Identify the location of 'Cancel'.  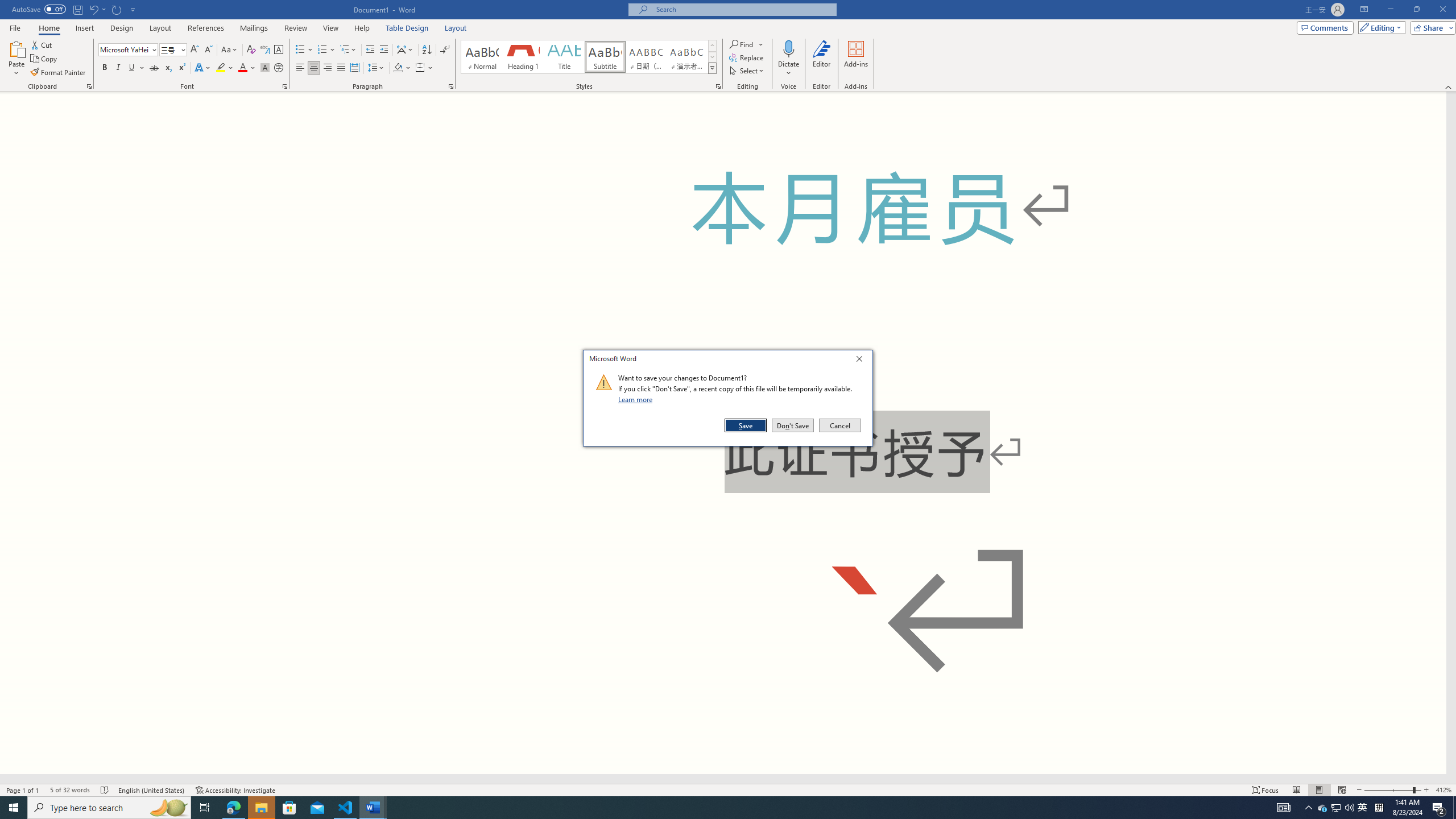
(839, 425).